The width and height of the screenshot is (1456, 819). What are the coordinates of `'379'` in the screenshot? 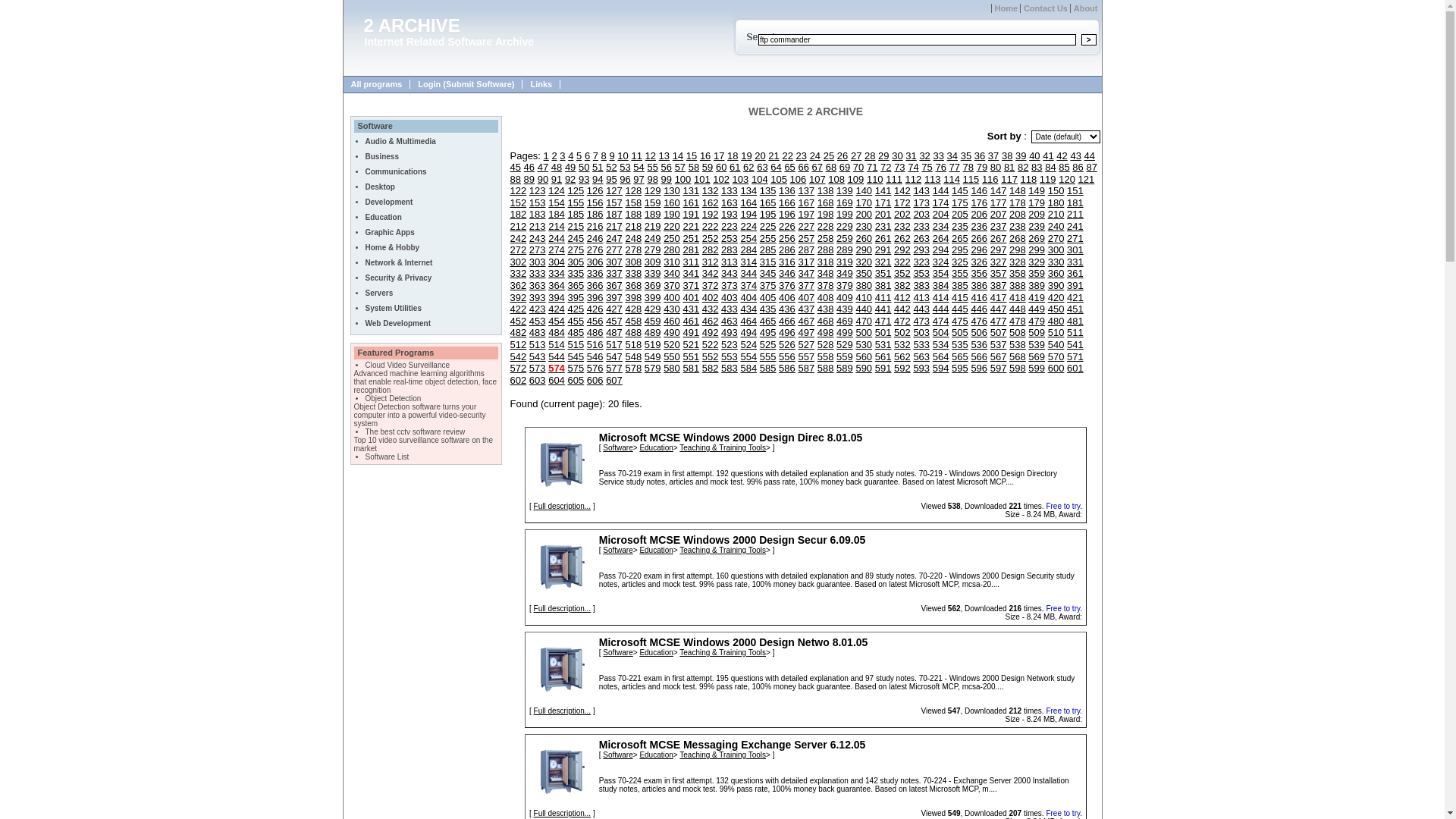 It's located at (843, 285).